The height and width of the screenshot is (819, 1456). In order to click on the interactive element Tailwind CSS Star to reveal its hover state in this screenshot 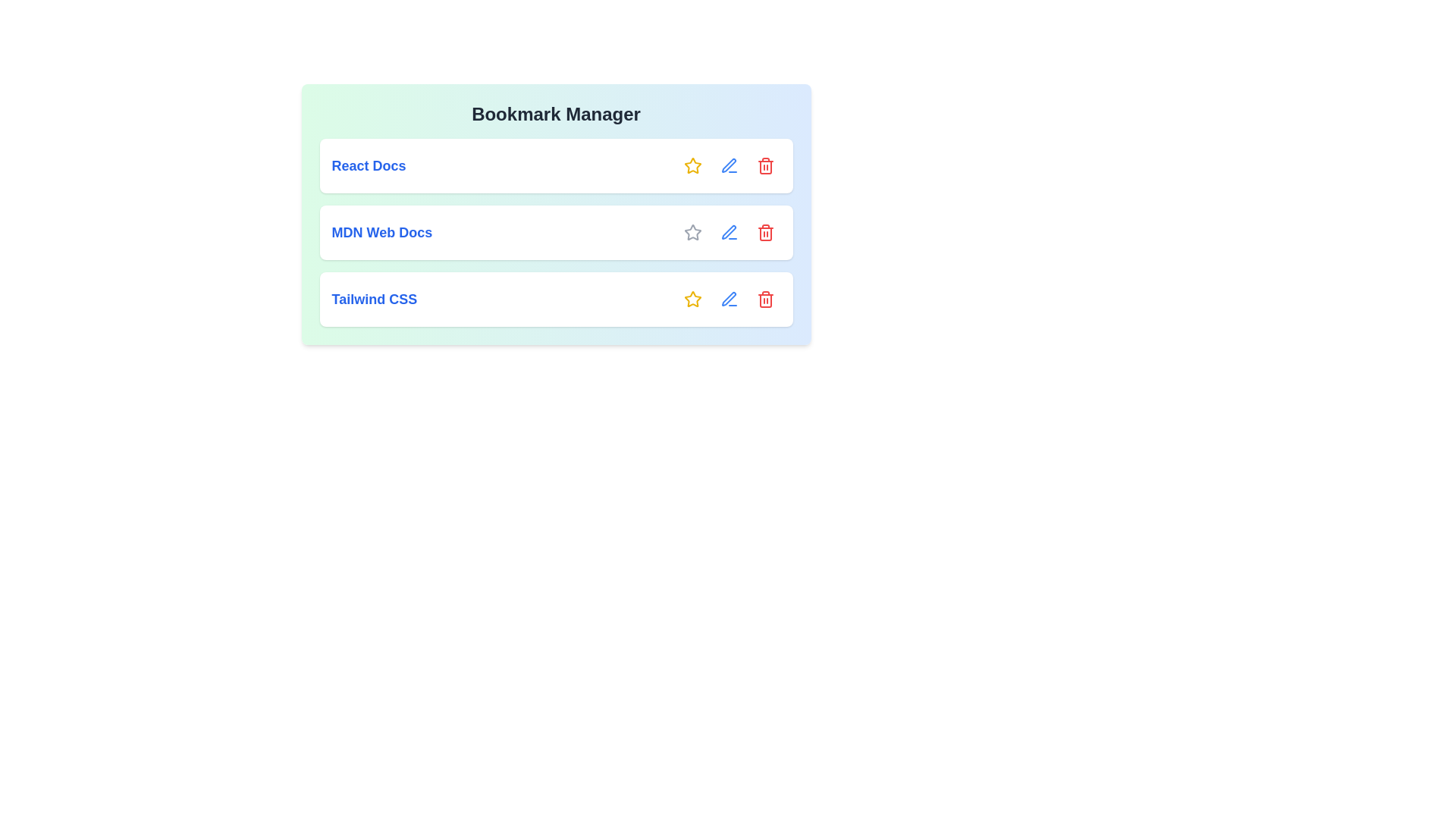, I will do `click(692, 299)`.